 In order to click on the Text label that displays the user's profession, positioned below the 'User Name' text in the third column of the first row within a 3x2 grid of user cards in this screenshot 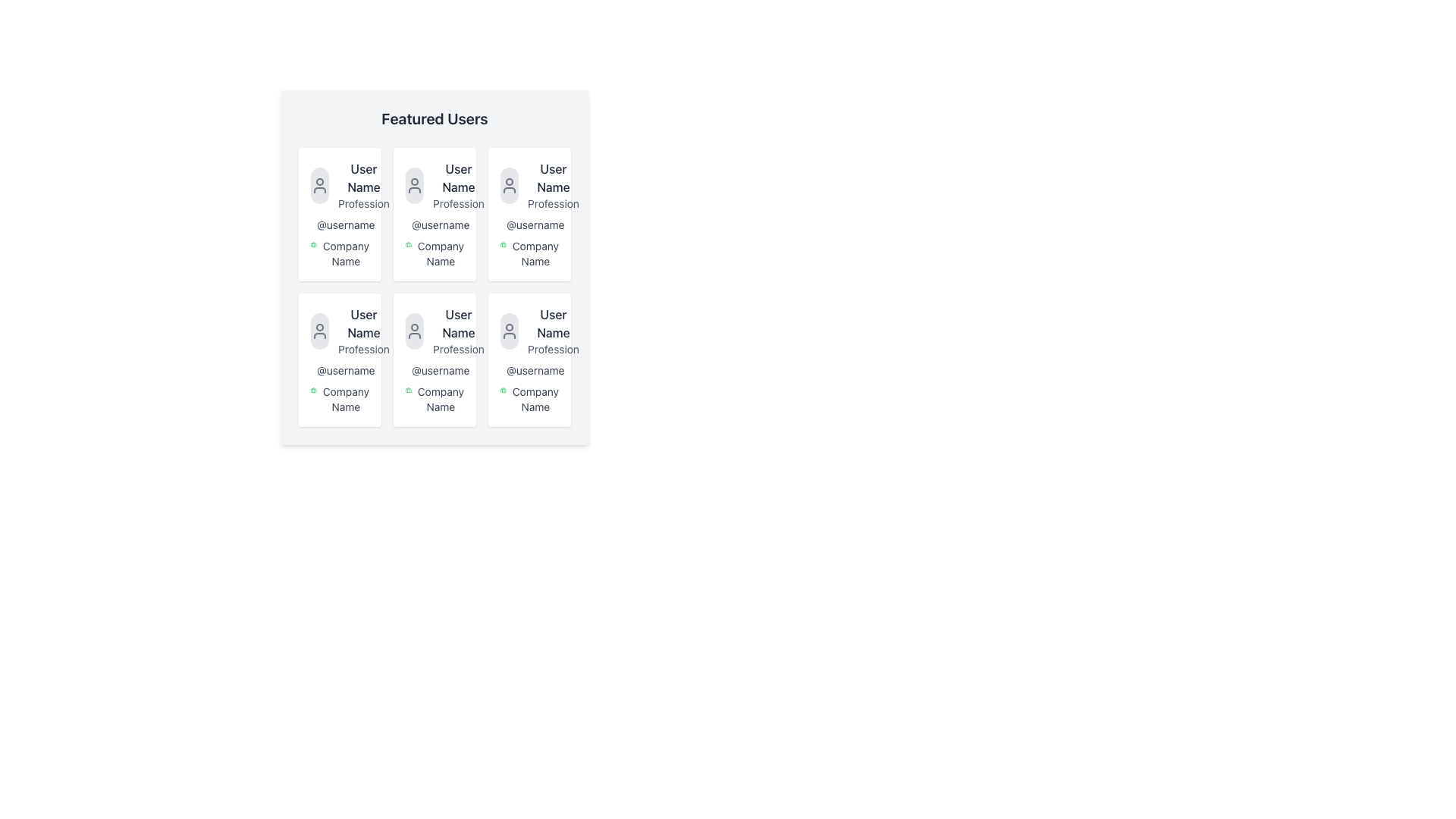, I will do `click(552, 203)`.